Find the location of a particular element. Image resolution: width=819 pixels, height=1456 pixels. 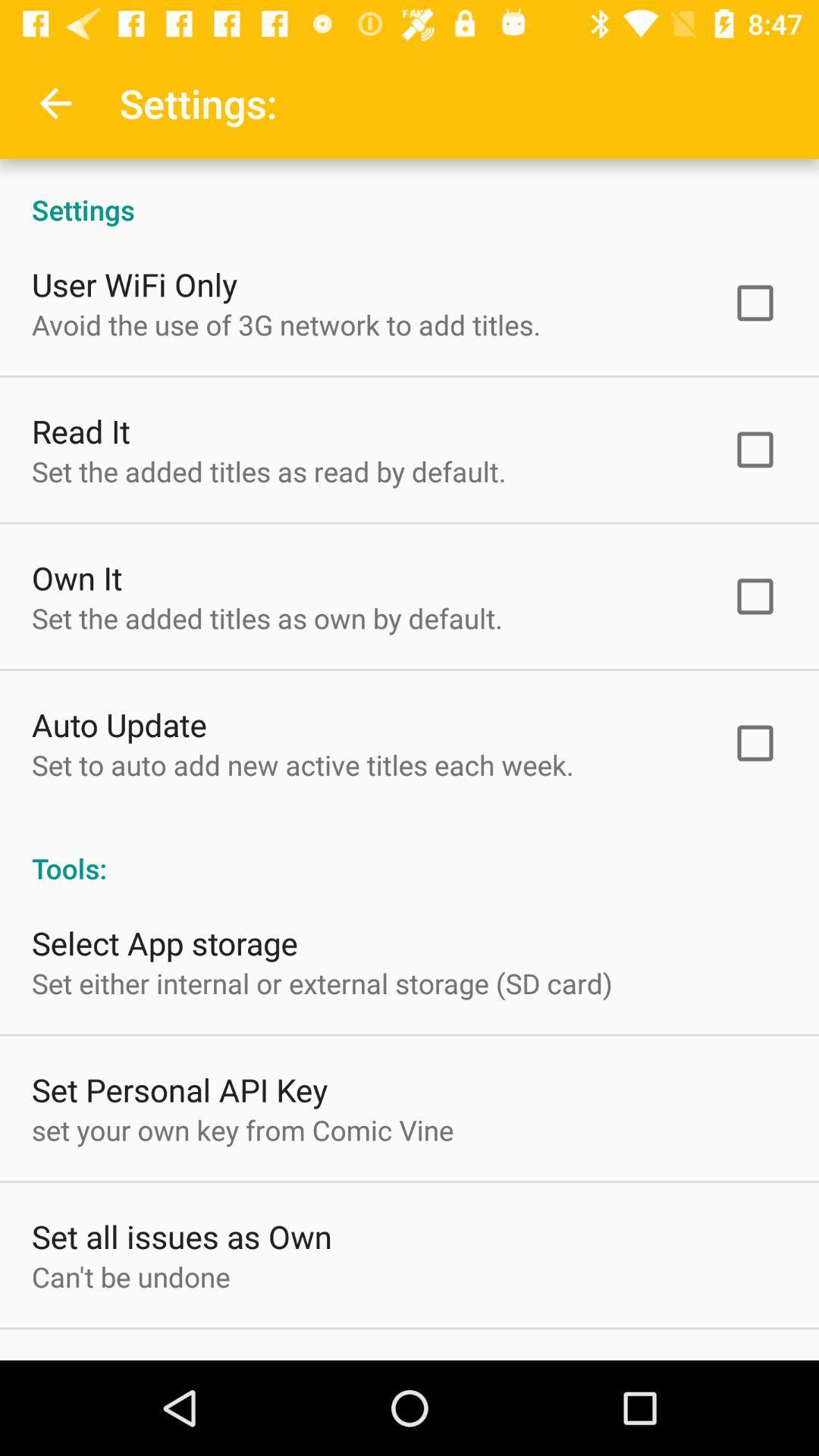

the set either internal item is located at coordinates (321, 983).